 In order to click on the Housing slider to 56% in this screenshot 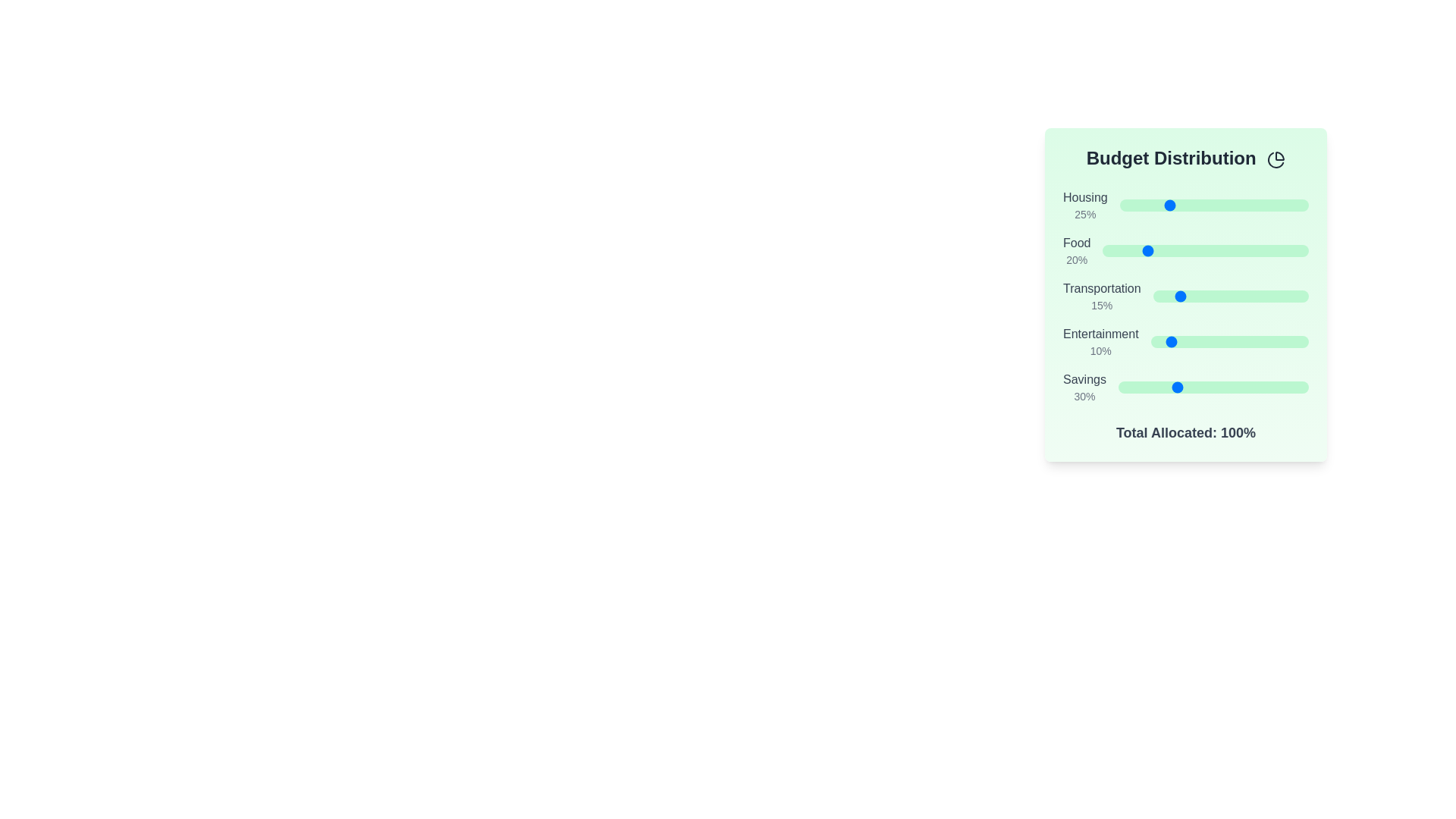, I will do `click(1225, 205)`.